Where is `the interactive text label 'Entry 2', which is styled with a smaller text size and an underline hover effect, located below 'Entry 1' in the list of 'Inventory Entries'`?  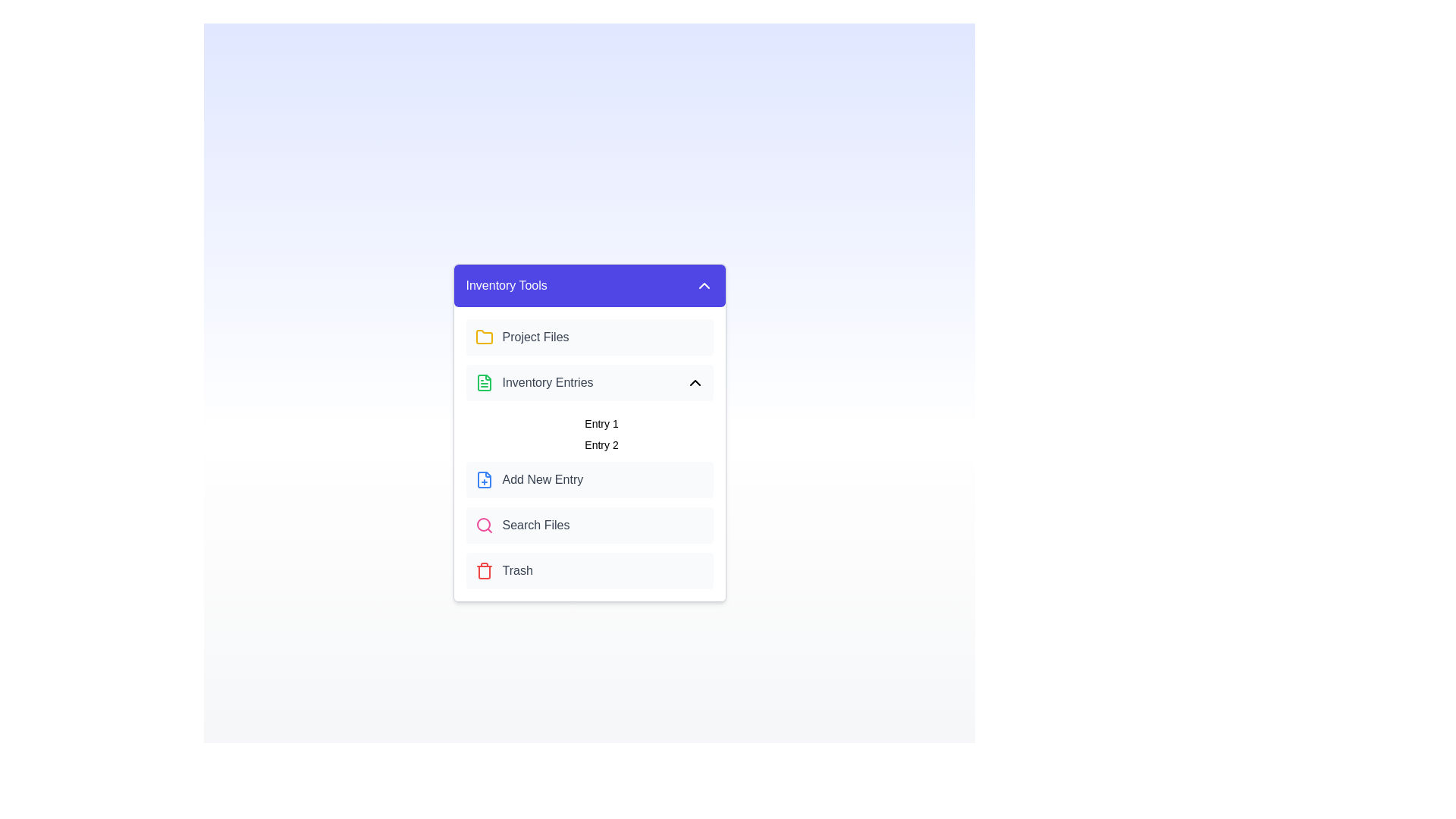 the interactive text label 'Entry 2', which is styled with a smaller text size and an underline hover effect, located below 'Entry 1' in the list of 'Inventory Entries' is located at coordinates (601, 444).